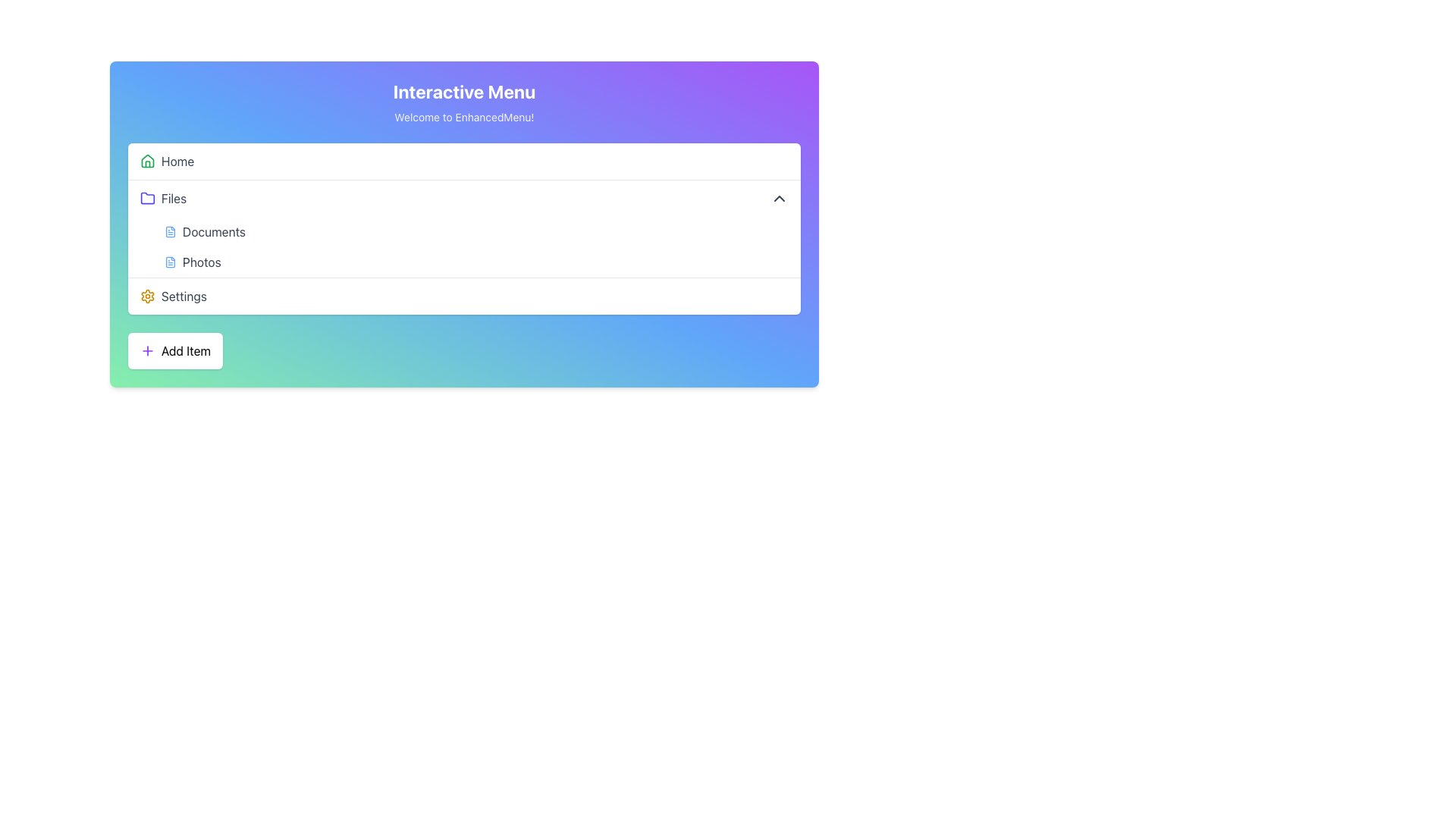  Describe the element at coordinates (463, 296) in the screenshot. I see `the settings button located at the bottom of a vertical list of options` at that location.